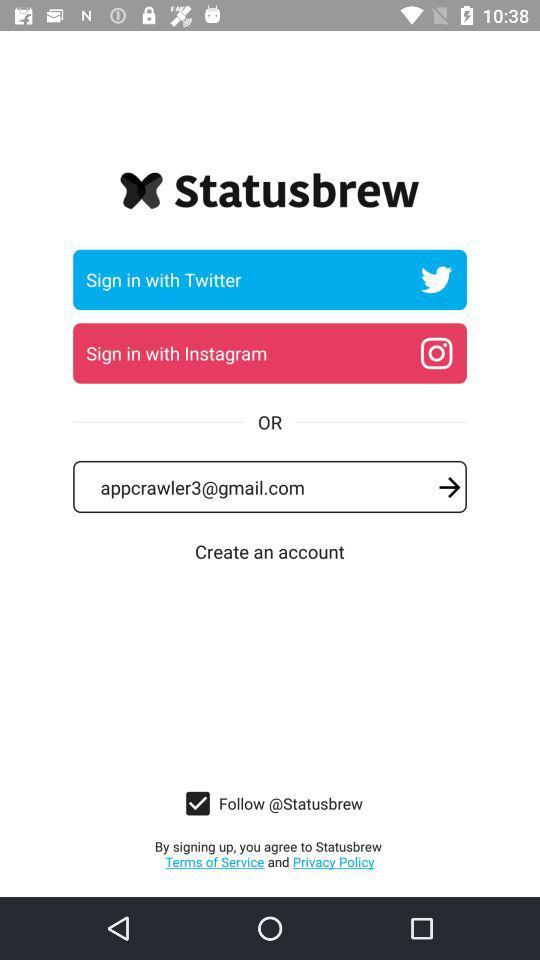  I want to click on the arrow_forward icon, so click(449, 486).